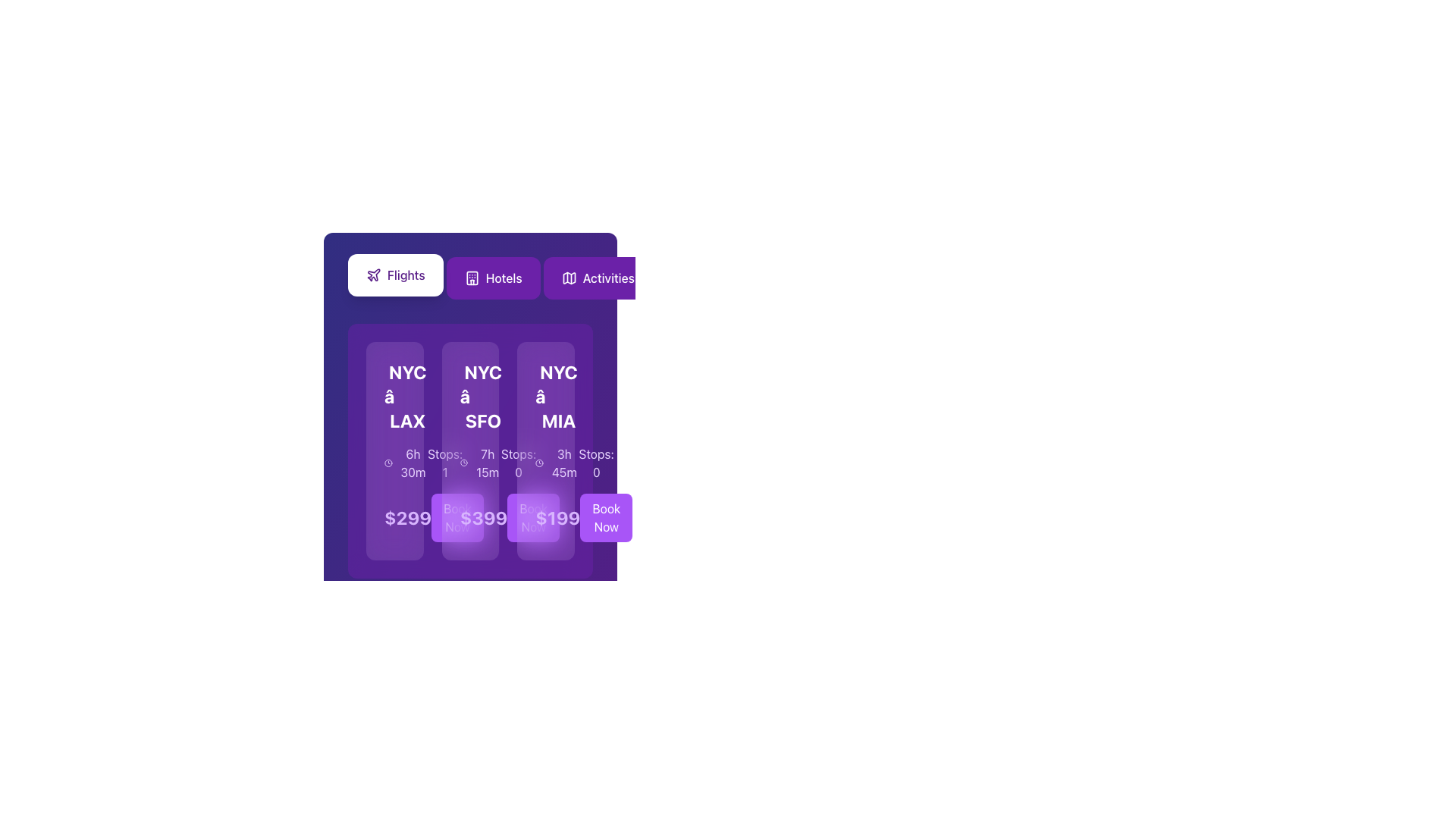 Image resolution: width=1456 pixels, height=819 pixels. I want to click on the clock icon located to the left of the '3h 45m' text group in the lower section of the 'NYC to MIA' card, which visually indicates time-related information, so click(539, 462).